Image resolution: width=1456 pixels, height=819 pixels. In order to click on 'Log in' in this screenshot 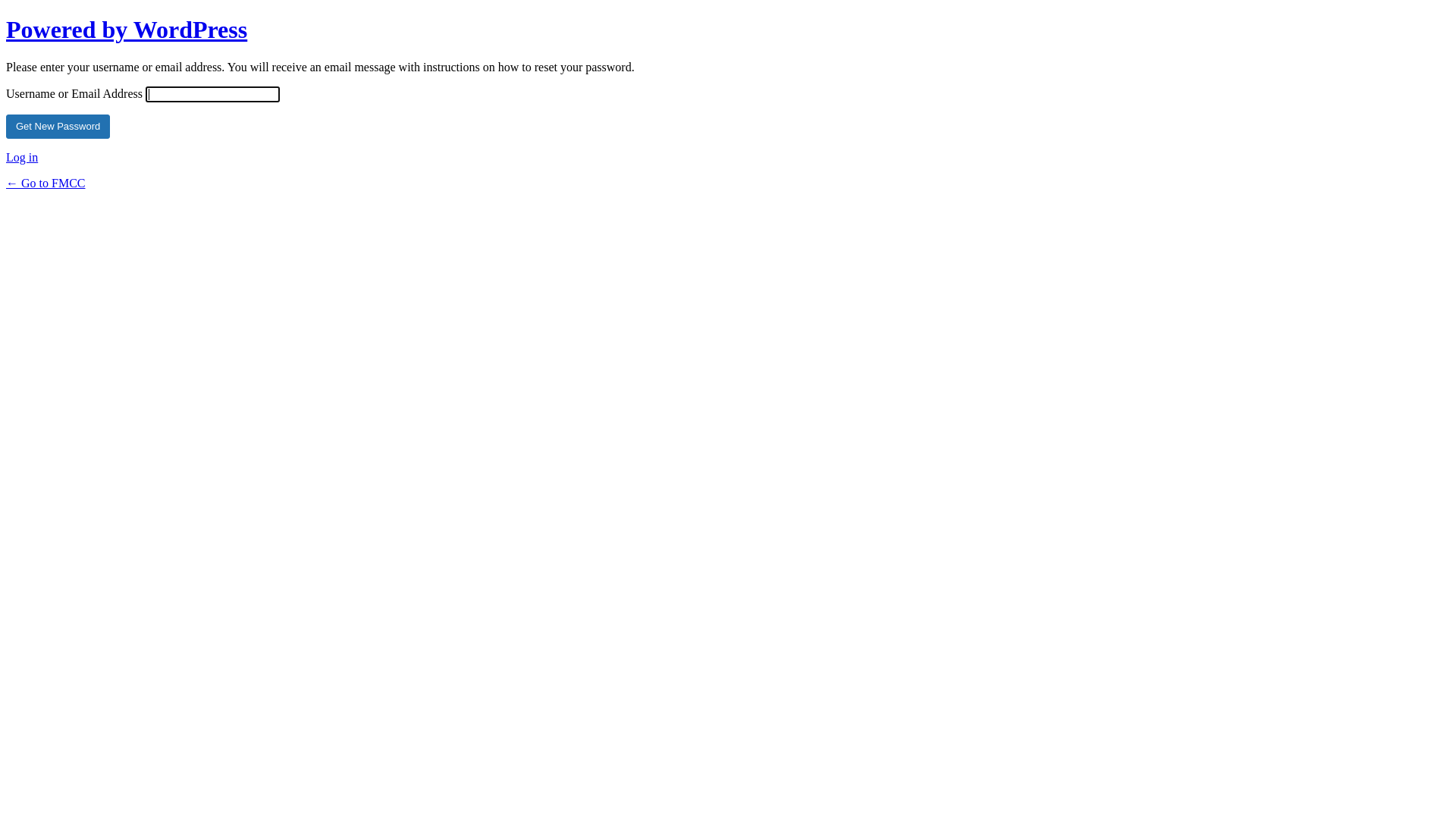, I will do `click(6, 157)`.